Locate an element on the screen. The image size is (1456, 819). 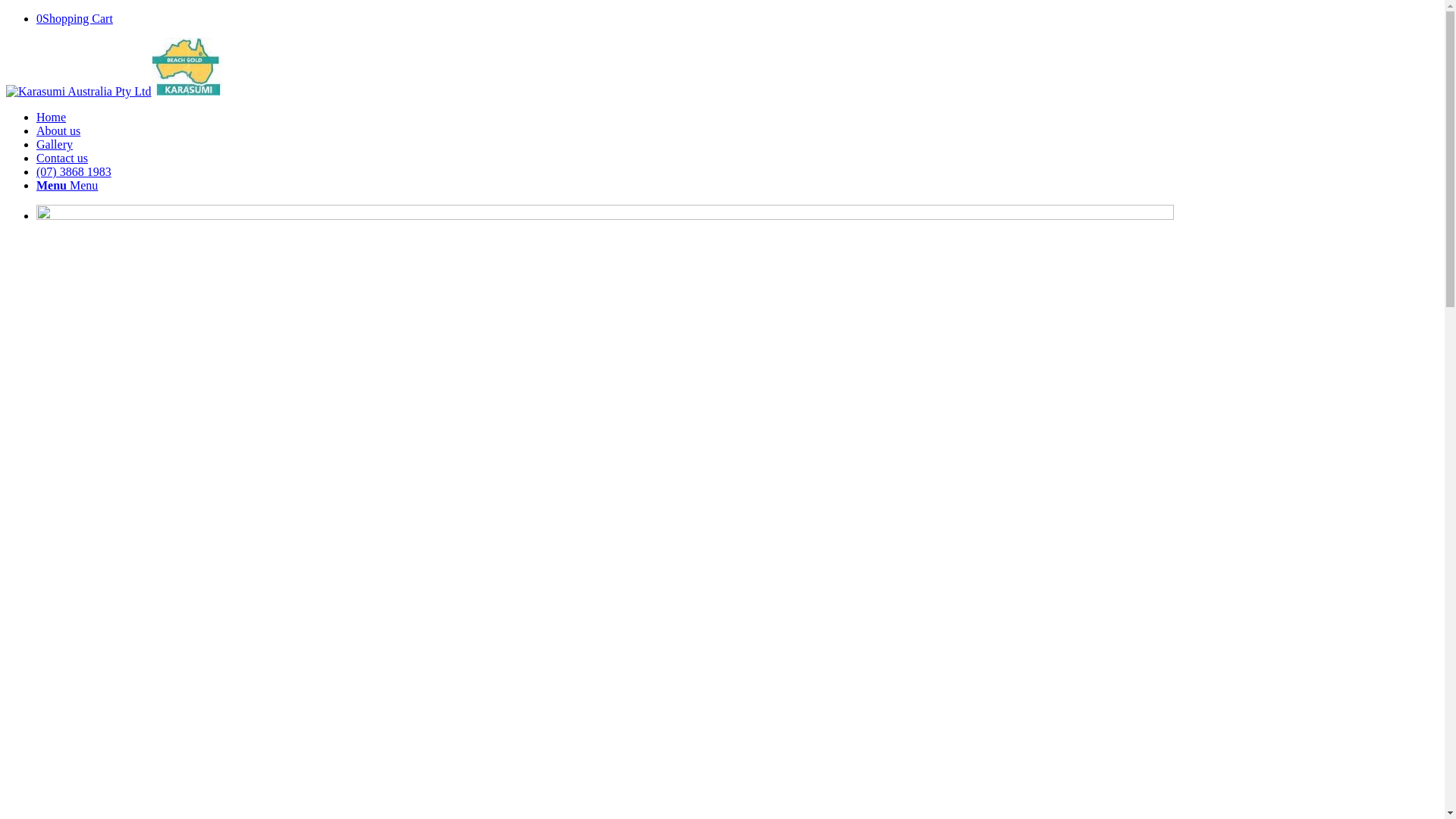
'thumbnail_LOGO' is located at coordinates (186, 66).